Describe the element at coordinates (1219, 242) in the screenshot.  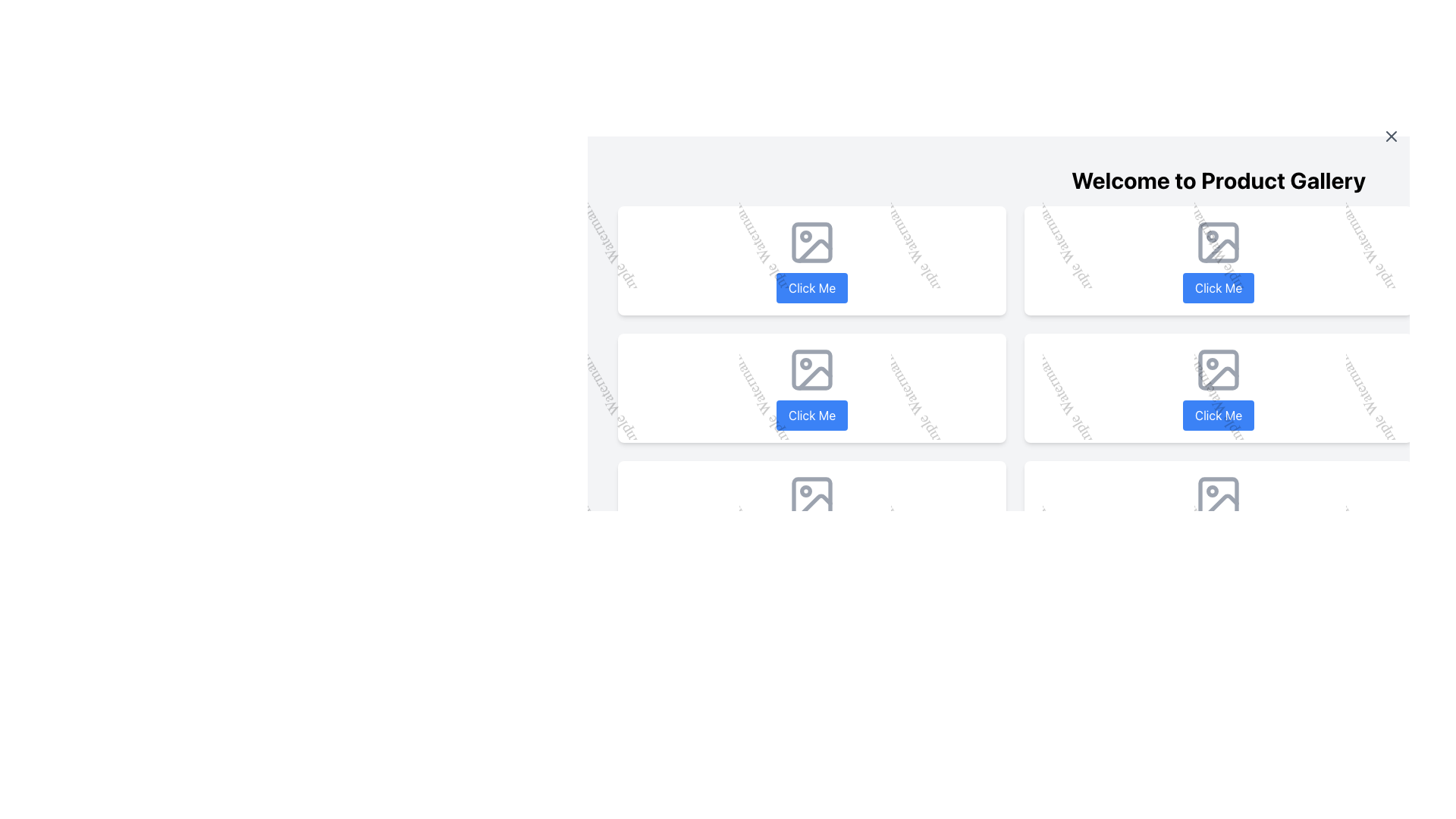
I see `the Decorative Rectangle (SVG Element) within the first icon of the top row of the grid, which serves as a decorative or structural component for a picture or illustration` at that location.